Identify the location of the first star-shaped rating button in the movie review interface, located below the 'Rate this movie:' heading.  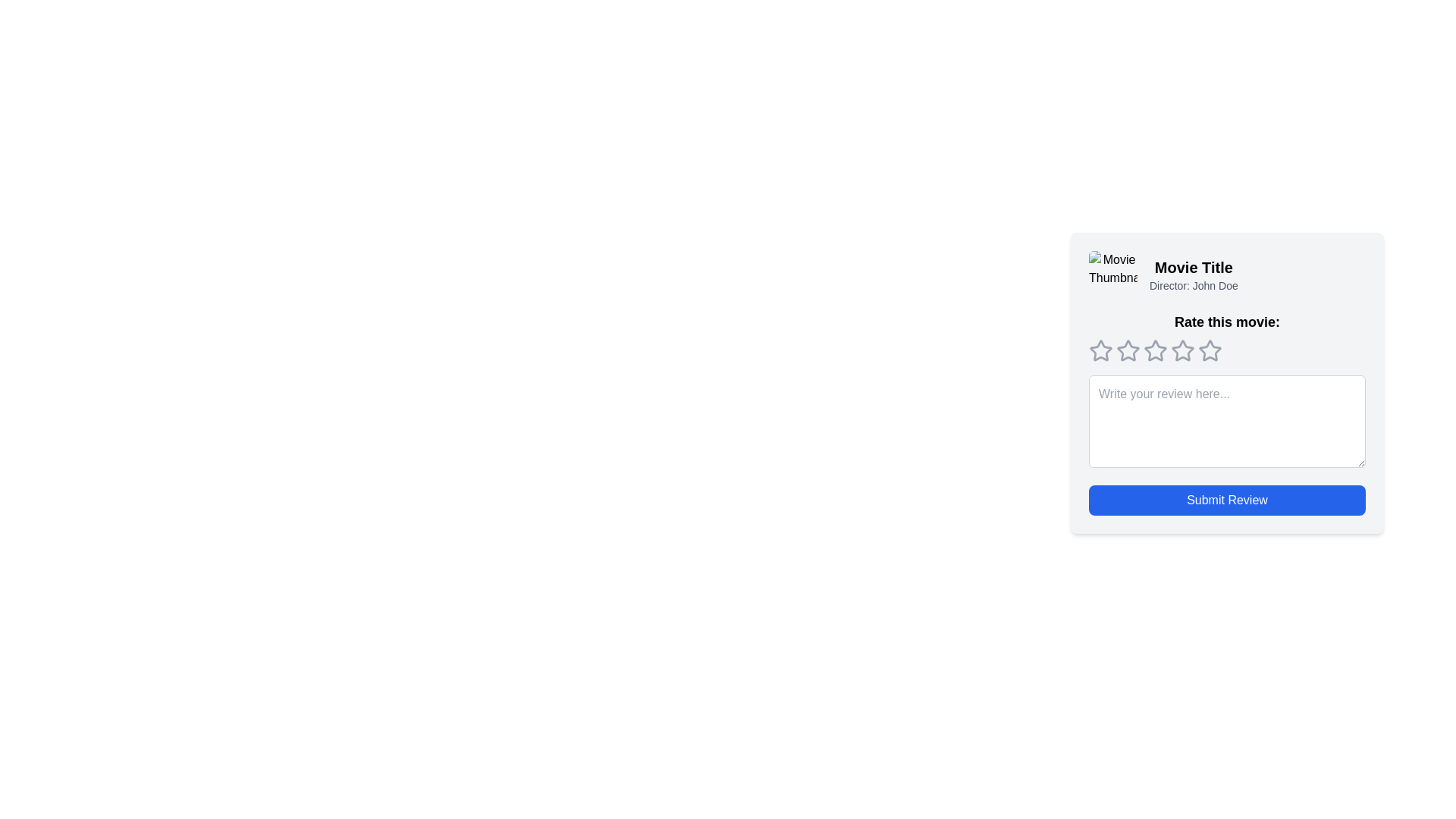
(1100, 350).